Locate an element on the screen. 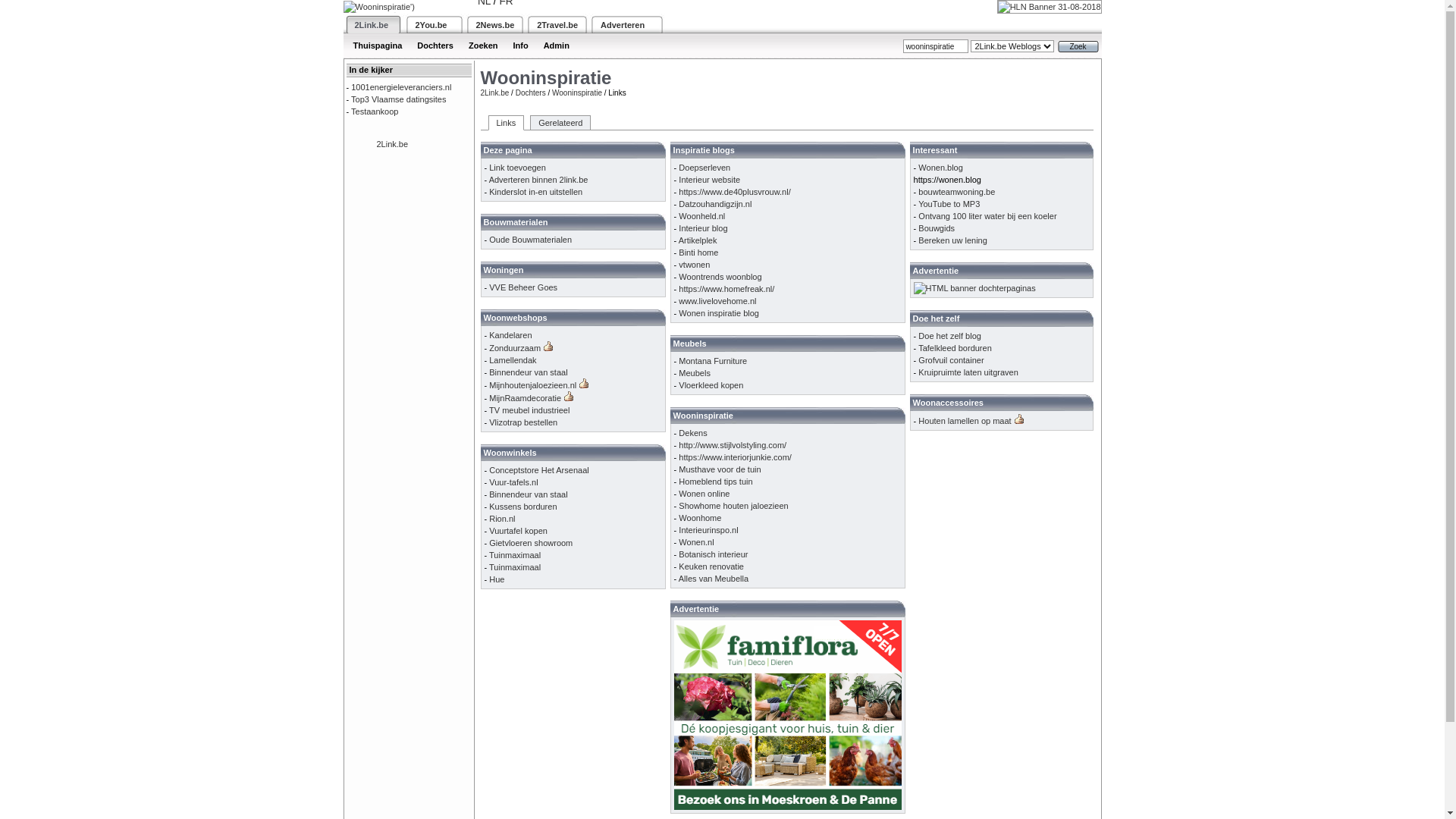 The width and height of the screenshot is (1456, 819). 'Woonheld.nl' is located at coordinates (701, 216).